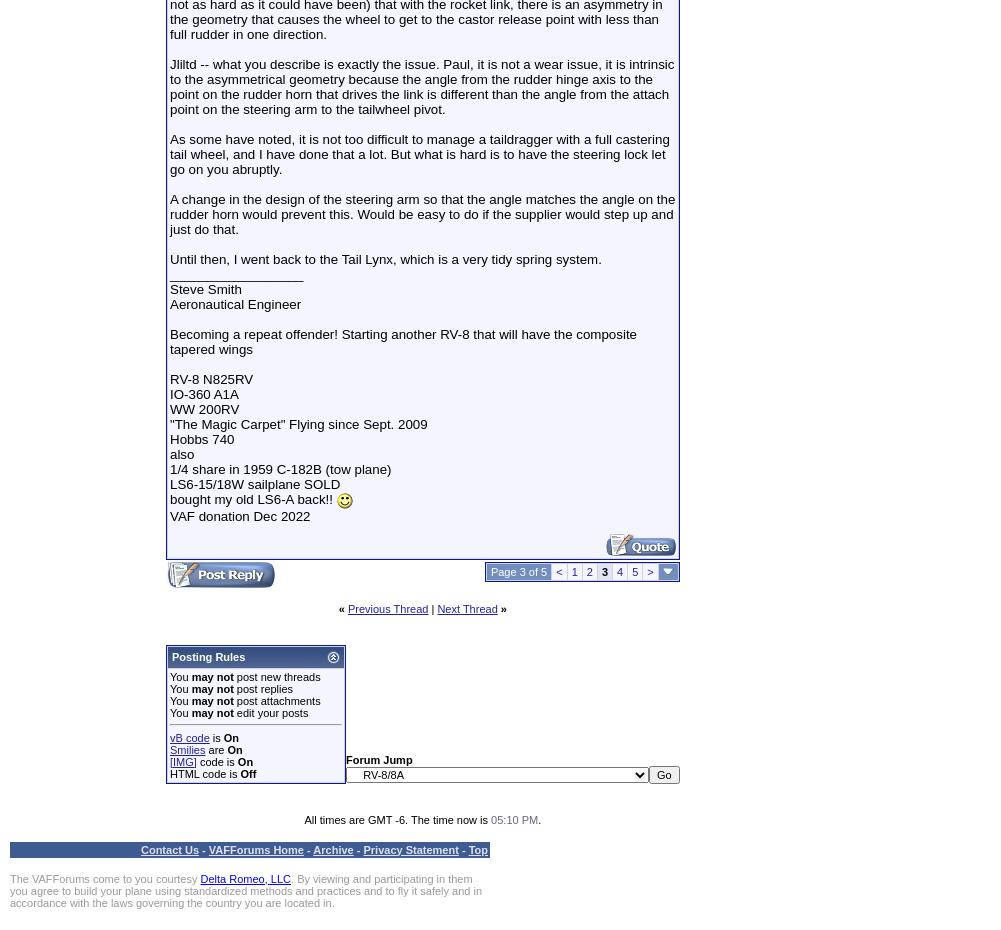 The width and height of the screenshot is (1001, 930). Describe the element at coordinates (195, 761) in the screenshot. I see `'code is'` at that location.